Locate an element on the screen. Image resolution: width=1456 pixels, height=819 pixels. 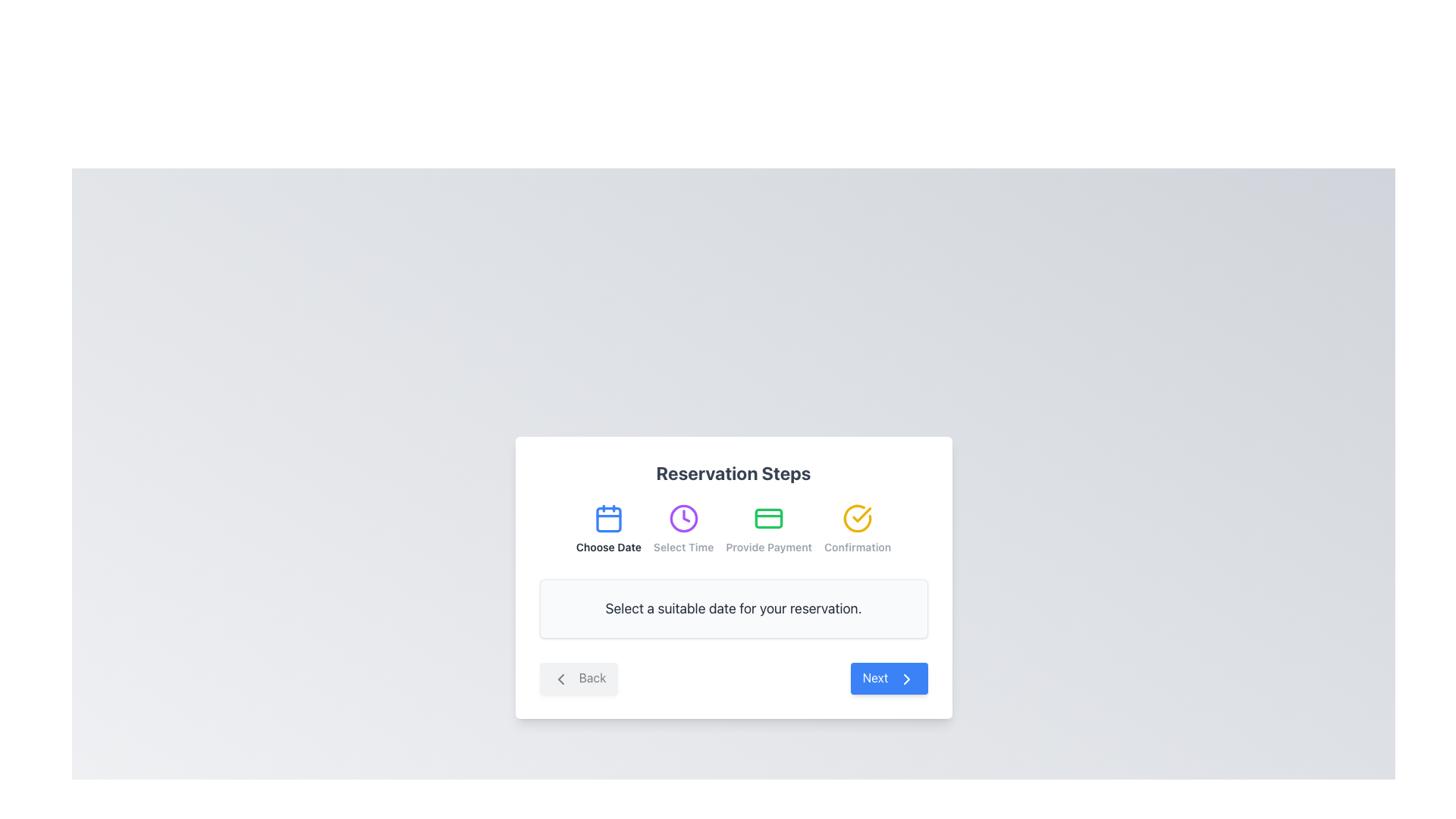
the 'Select Time' text label, which is displayed in a bold sans-serif font and positioned below a purple clock icon in the reservation interface is located at coordinates (682, 548).